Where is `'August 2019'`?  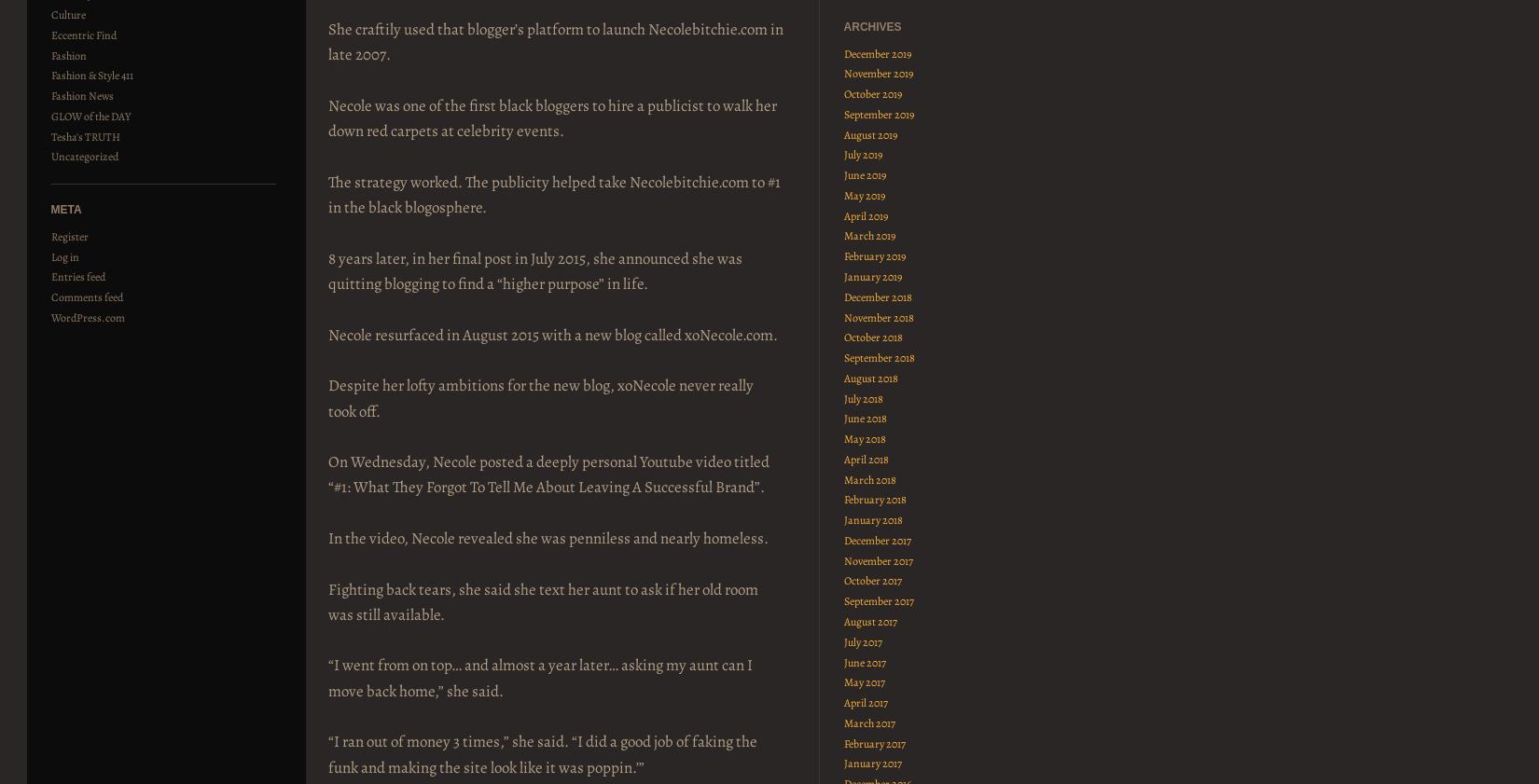
'August 2019' is located at coordinates (869, 132).